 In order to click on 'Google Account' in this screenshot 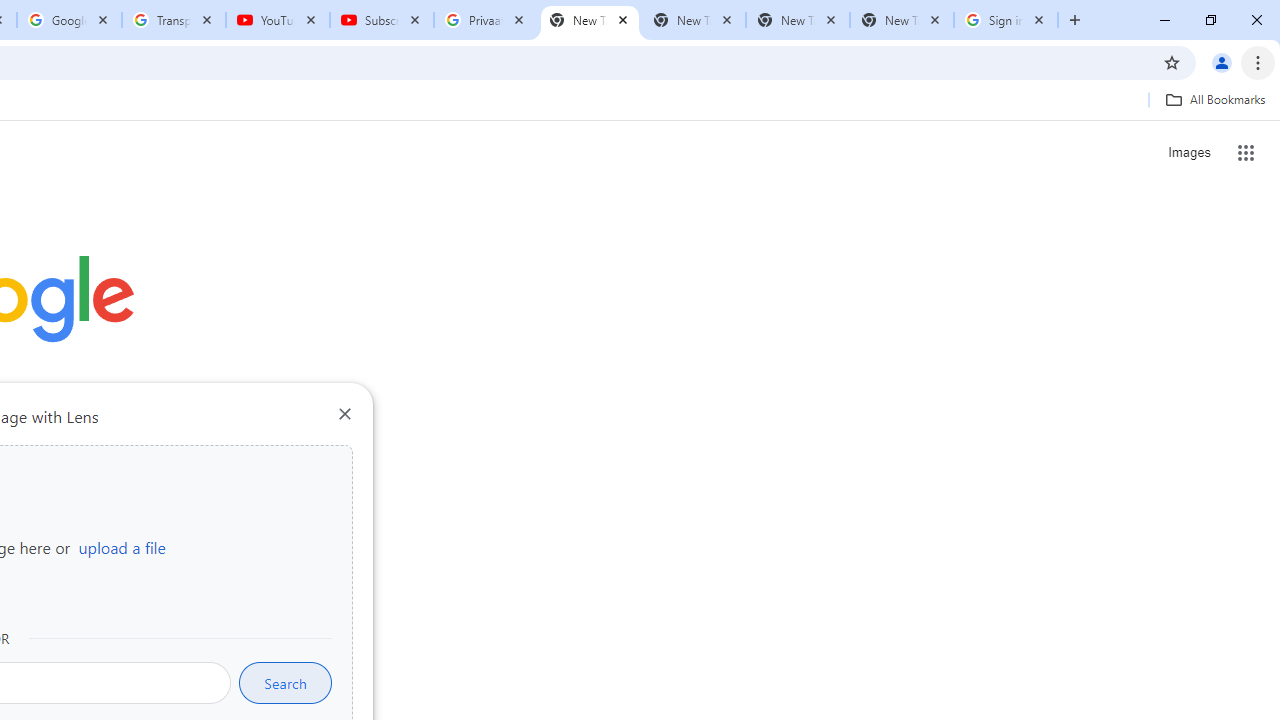, I will do `click(69, 20)`.